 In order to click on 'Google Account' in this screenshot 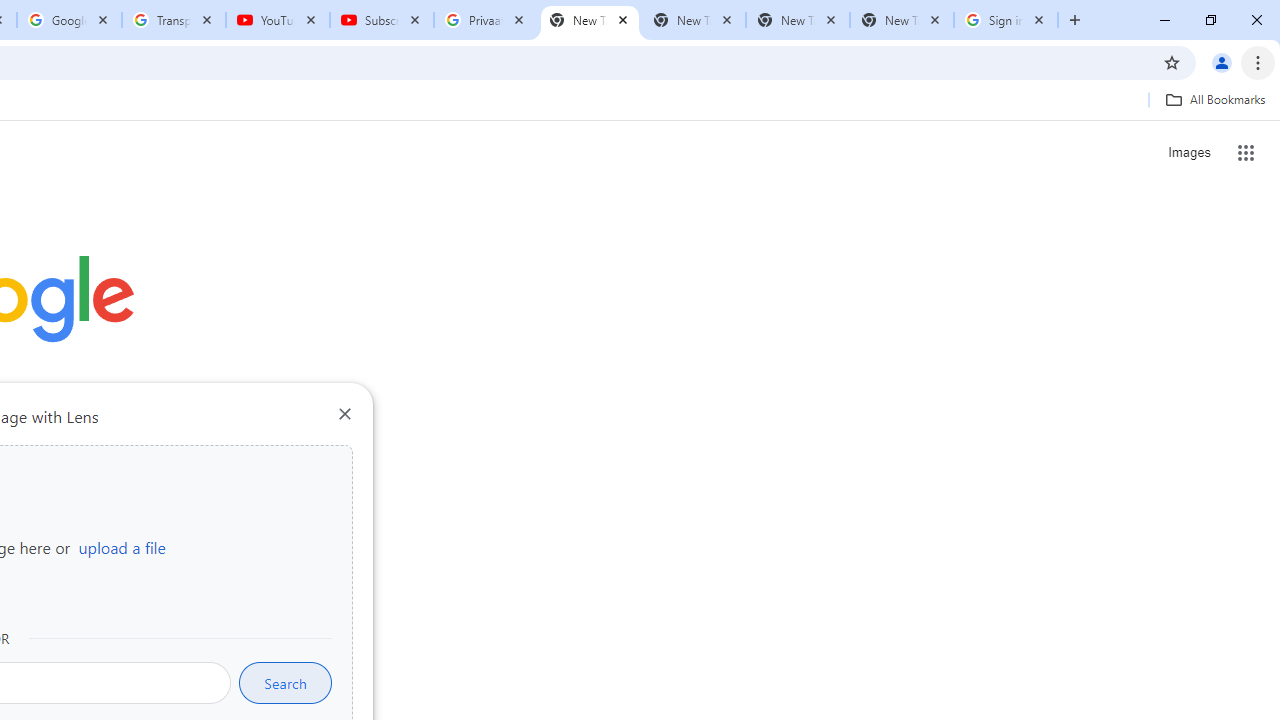, I will do `click(69, 20)`.